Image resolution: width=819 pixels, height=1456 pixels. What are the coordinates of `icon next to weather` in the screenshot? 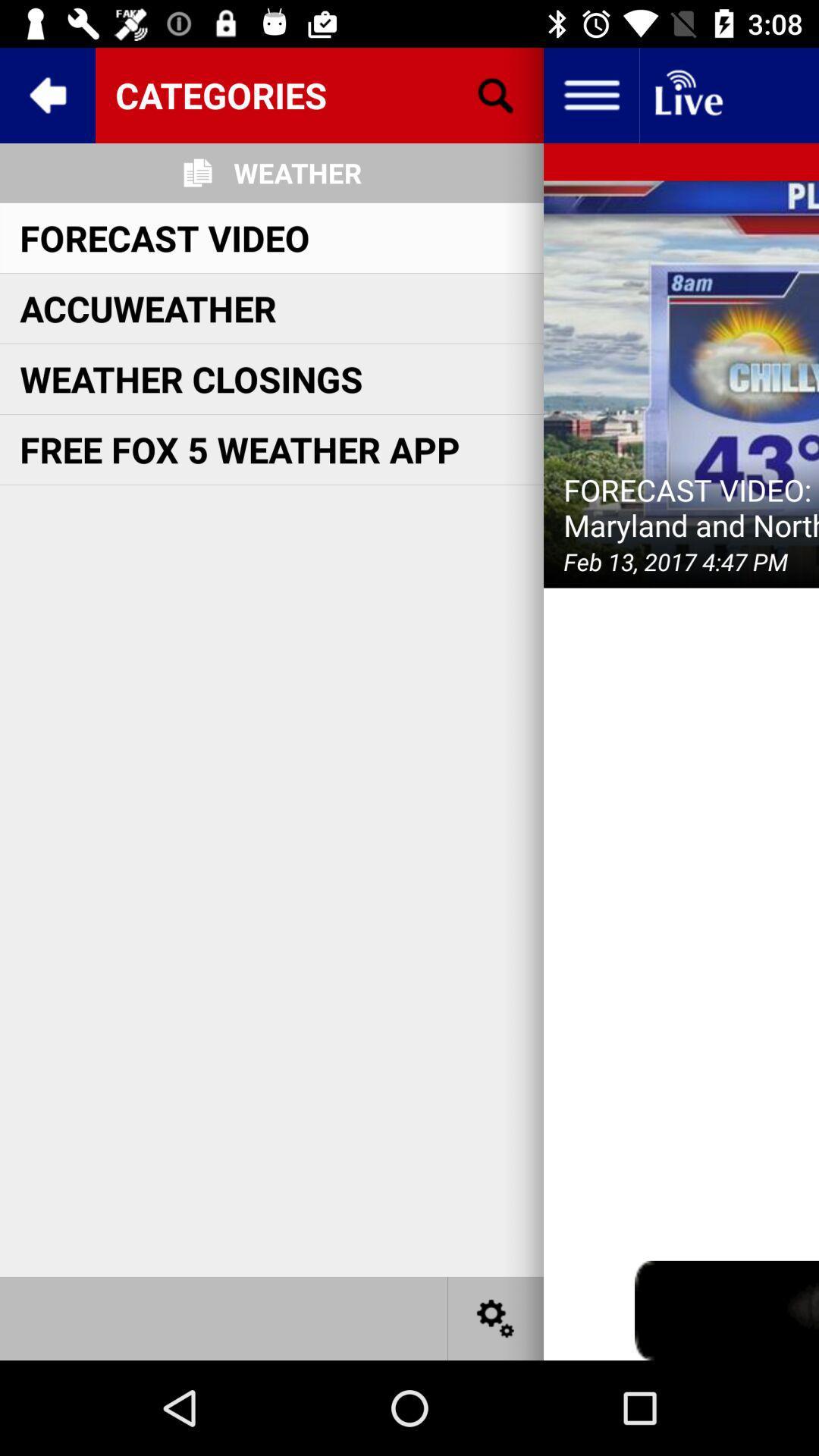 It's located at (496, 94).